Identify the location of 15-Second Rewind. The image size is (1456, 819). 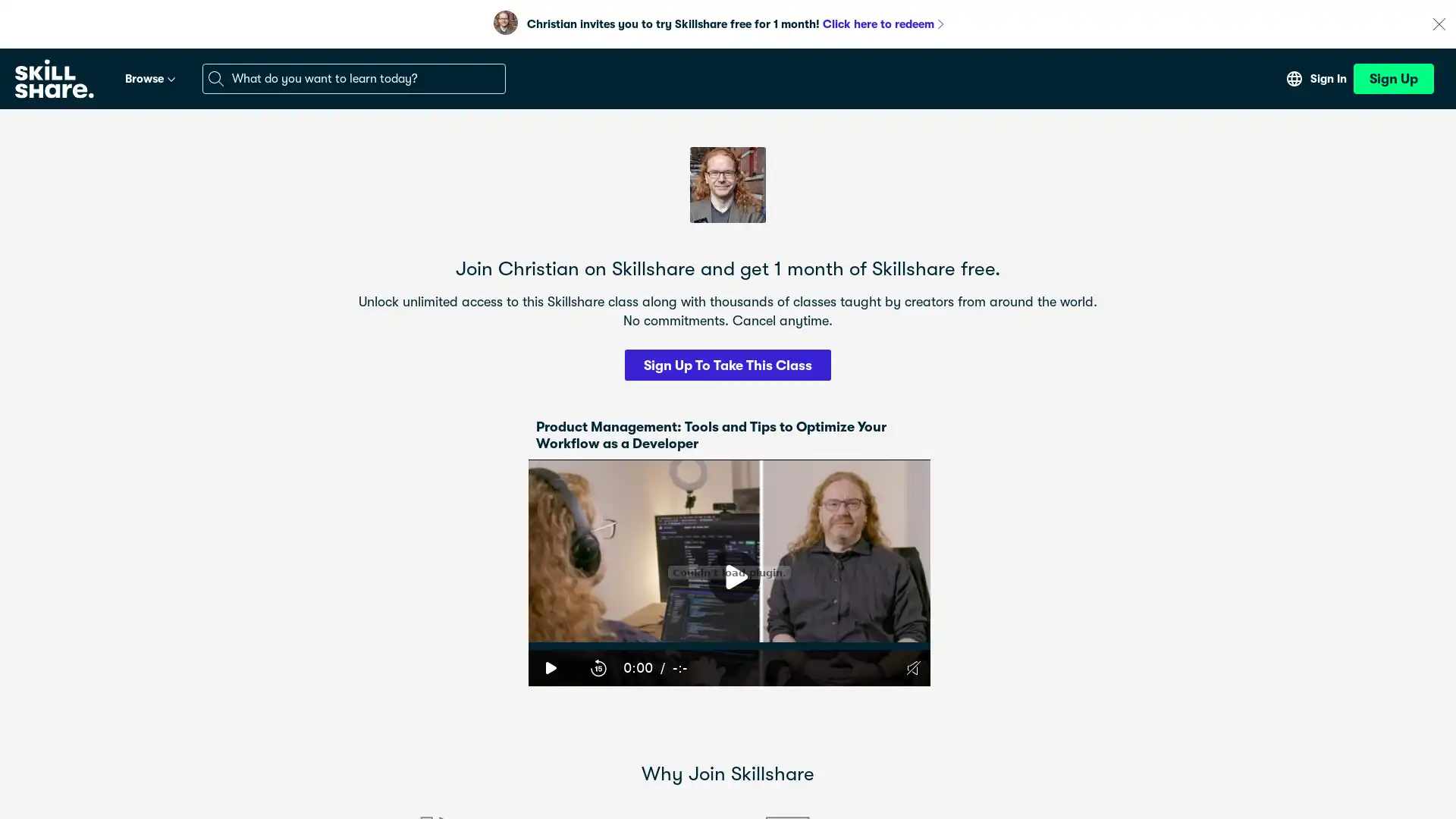
(598, 666).